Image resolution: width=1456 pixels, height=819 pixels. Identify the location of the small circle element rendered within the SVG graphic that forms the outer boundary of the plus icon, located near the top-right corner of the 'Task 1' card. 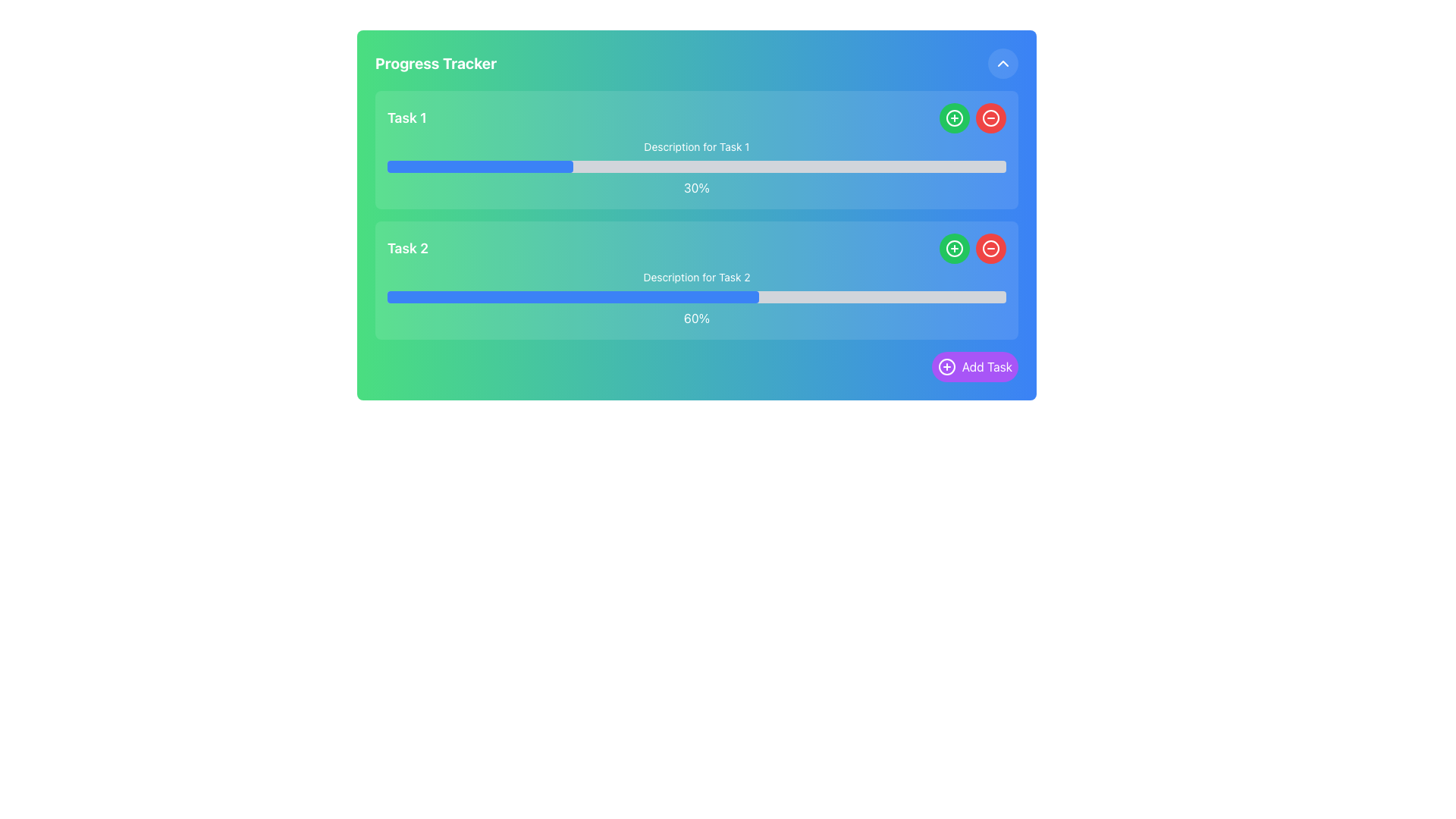
(953, 247).